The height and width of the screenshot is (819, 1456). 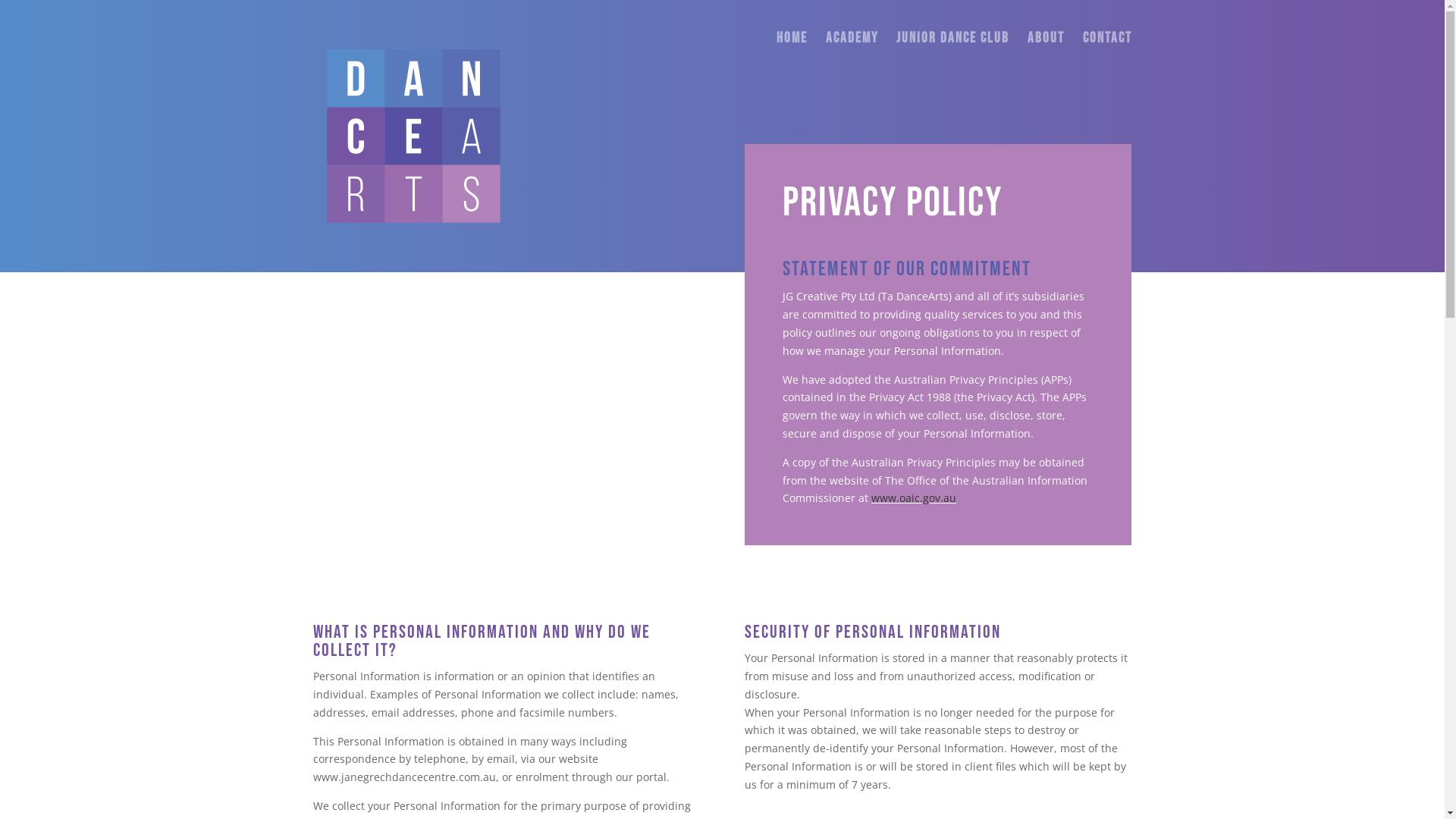 I want to click on 'Contact', so click(x=1107, y=55).